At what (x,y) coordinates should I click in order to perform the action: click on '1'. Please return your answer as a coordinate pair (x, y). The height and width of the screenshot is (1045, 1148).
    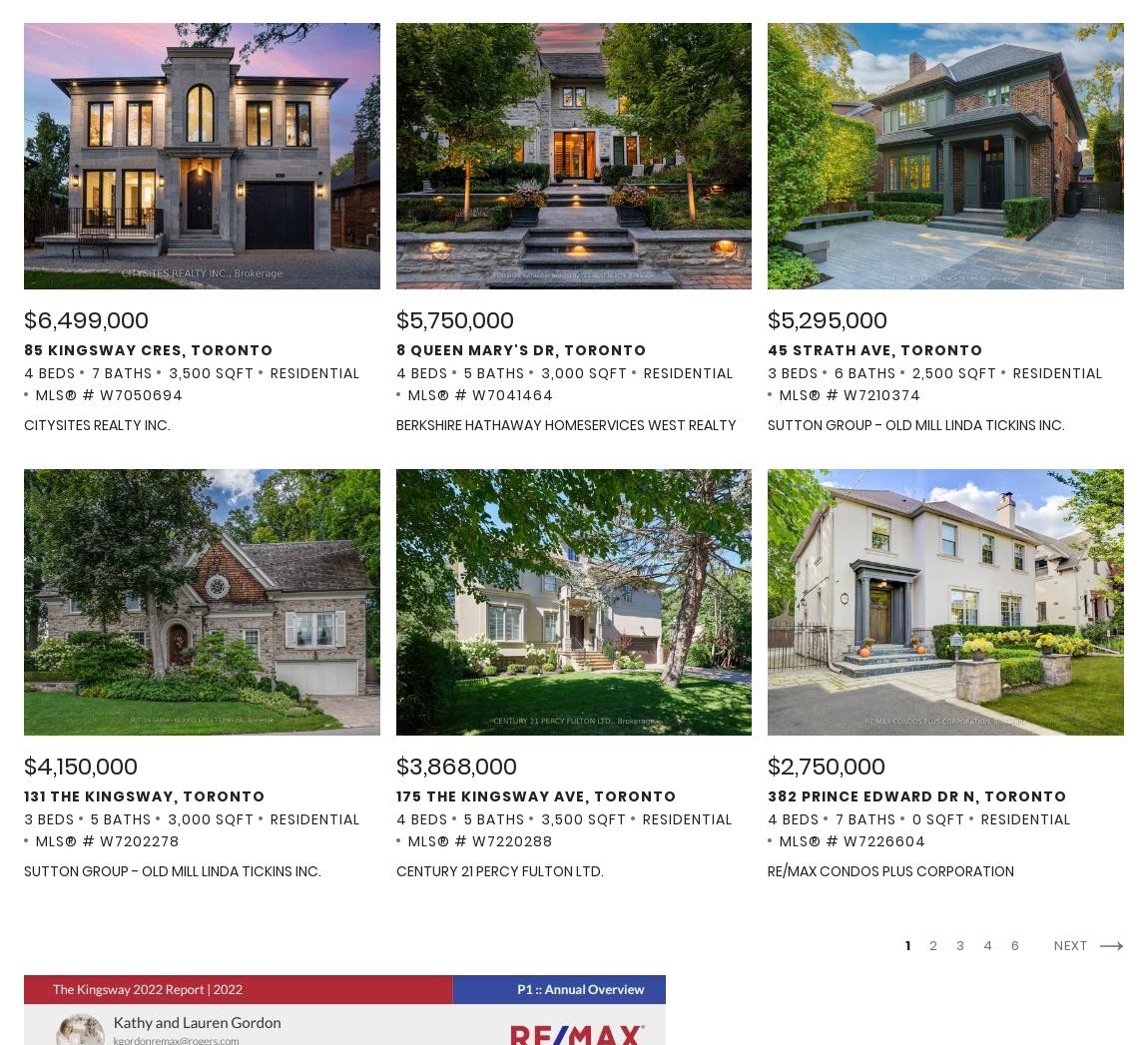
    Looking at the image, I should click on (905, 944).